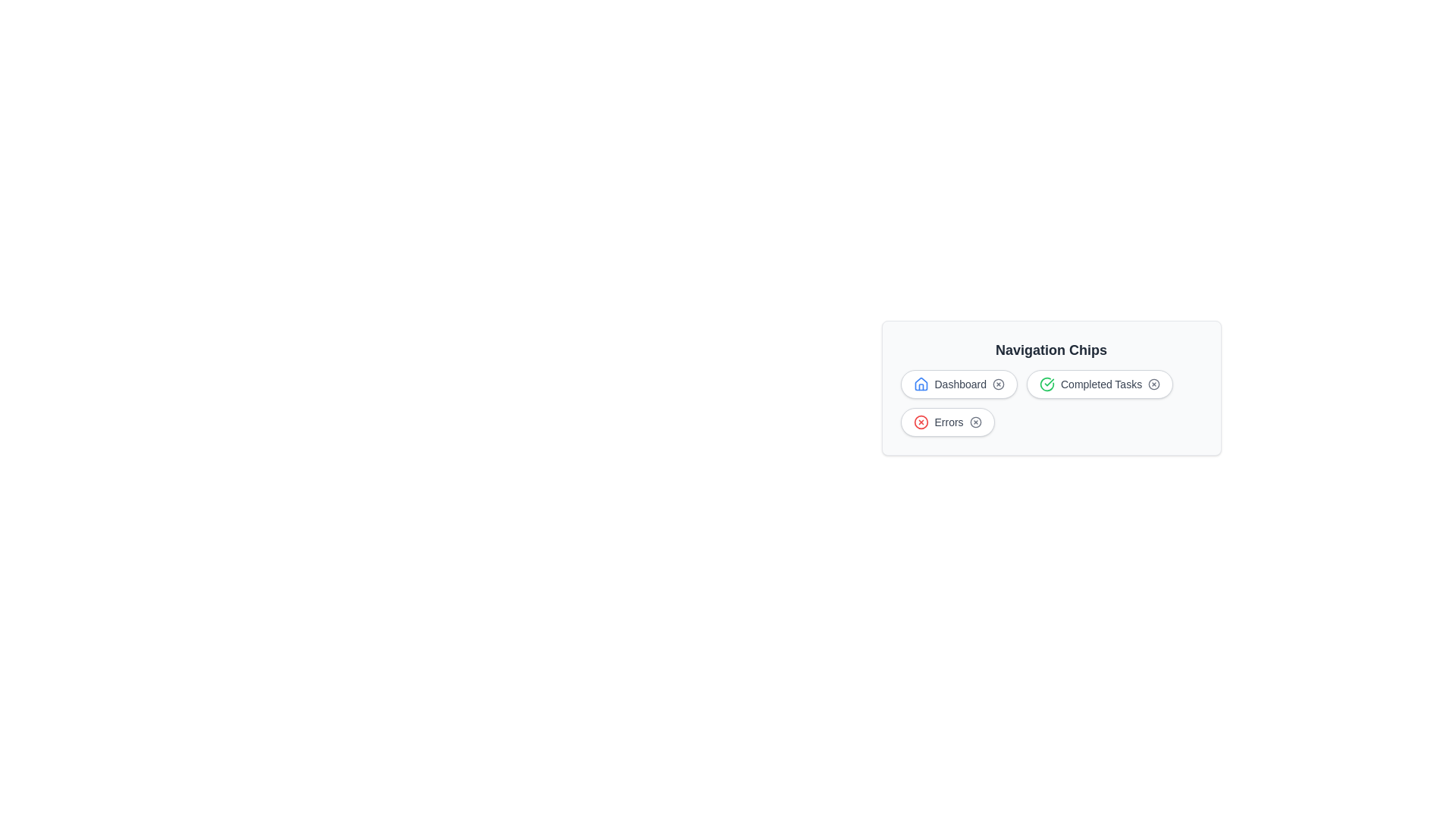 The image size is (1456, 819). I want to click on the chip labeled Errors, so click(946, 422).